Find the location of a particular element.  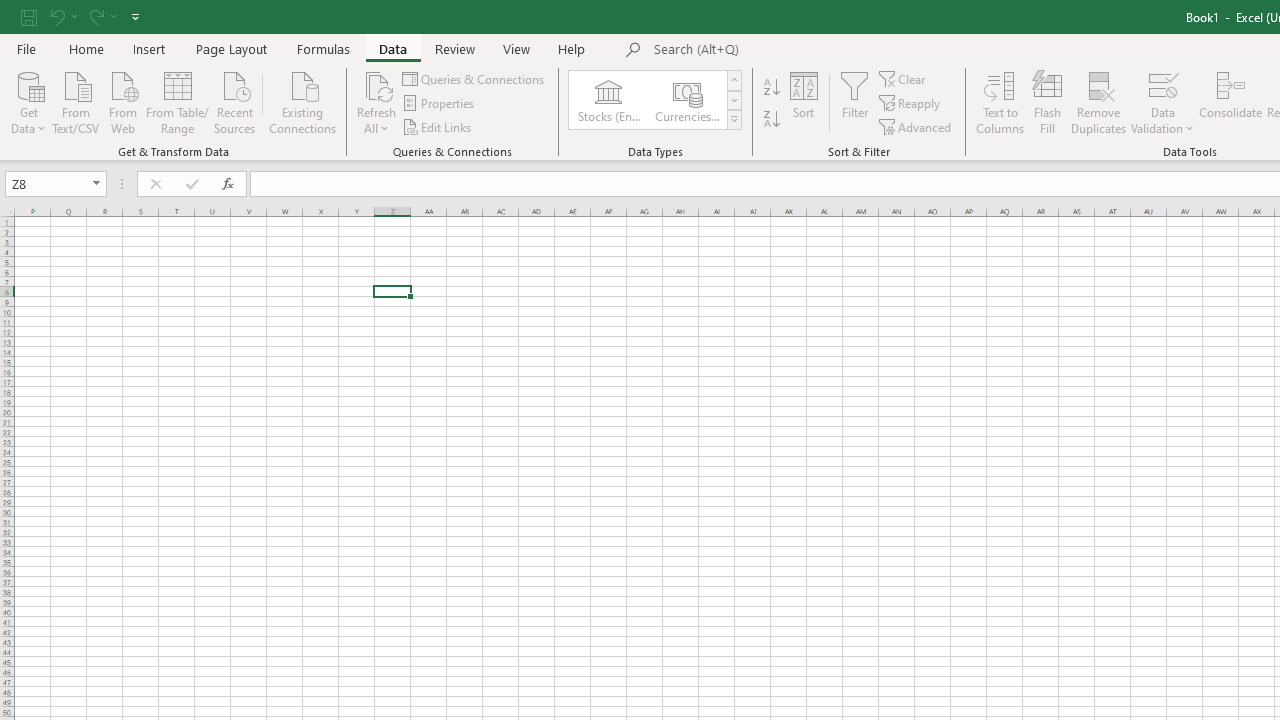

'File Tab' is located at coordinates (26, 47).